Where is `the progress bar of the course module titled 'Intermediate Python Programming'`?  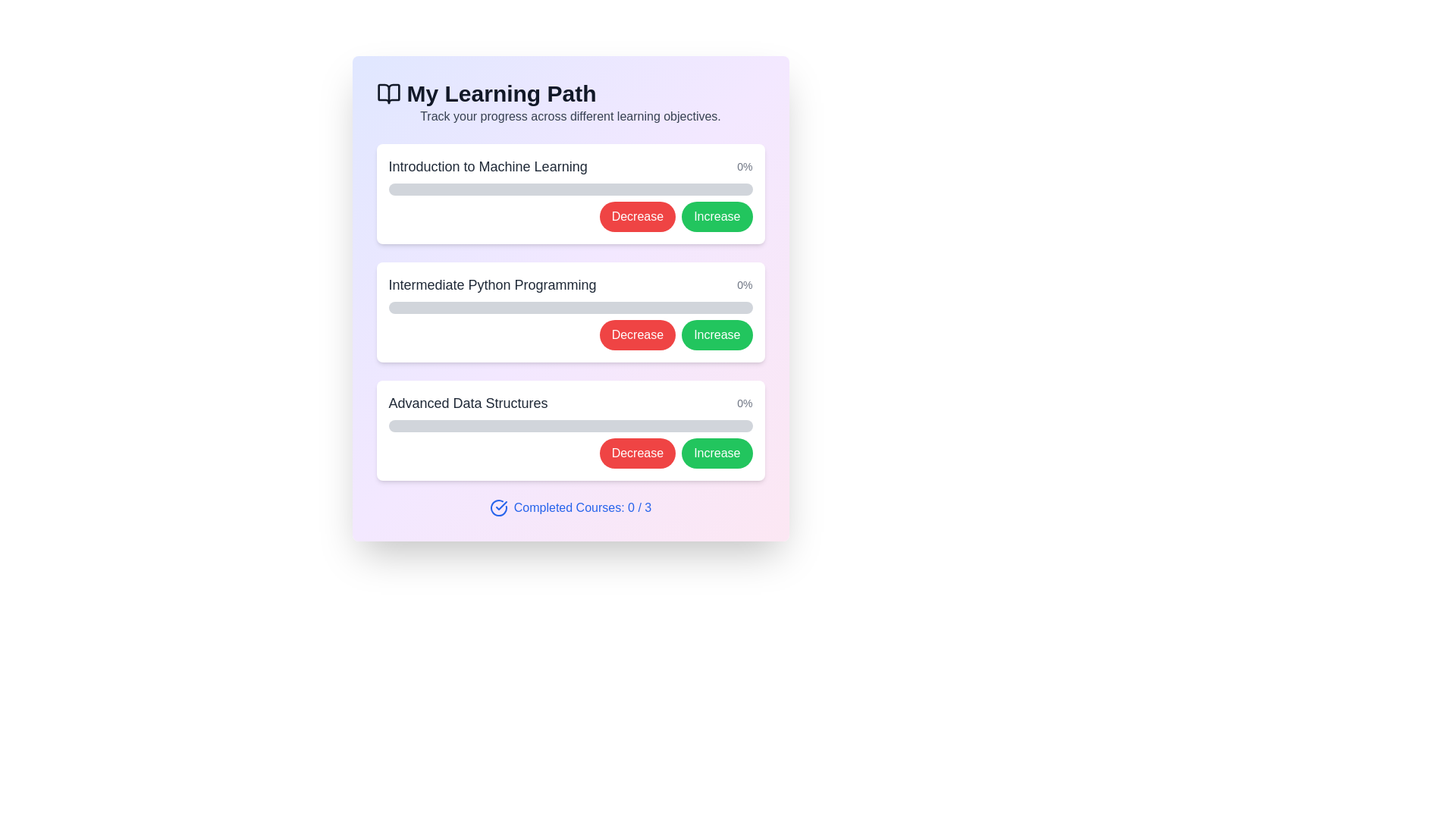
the progress bar of the course module titled 'Intermediate Python Programming' is located at coordinates (570, 312).